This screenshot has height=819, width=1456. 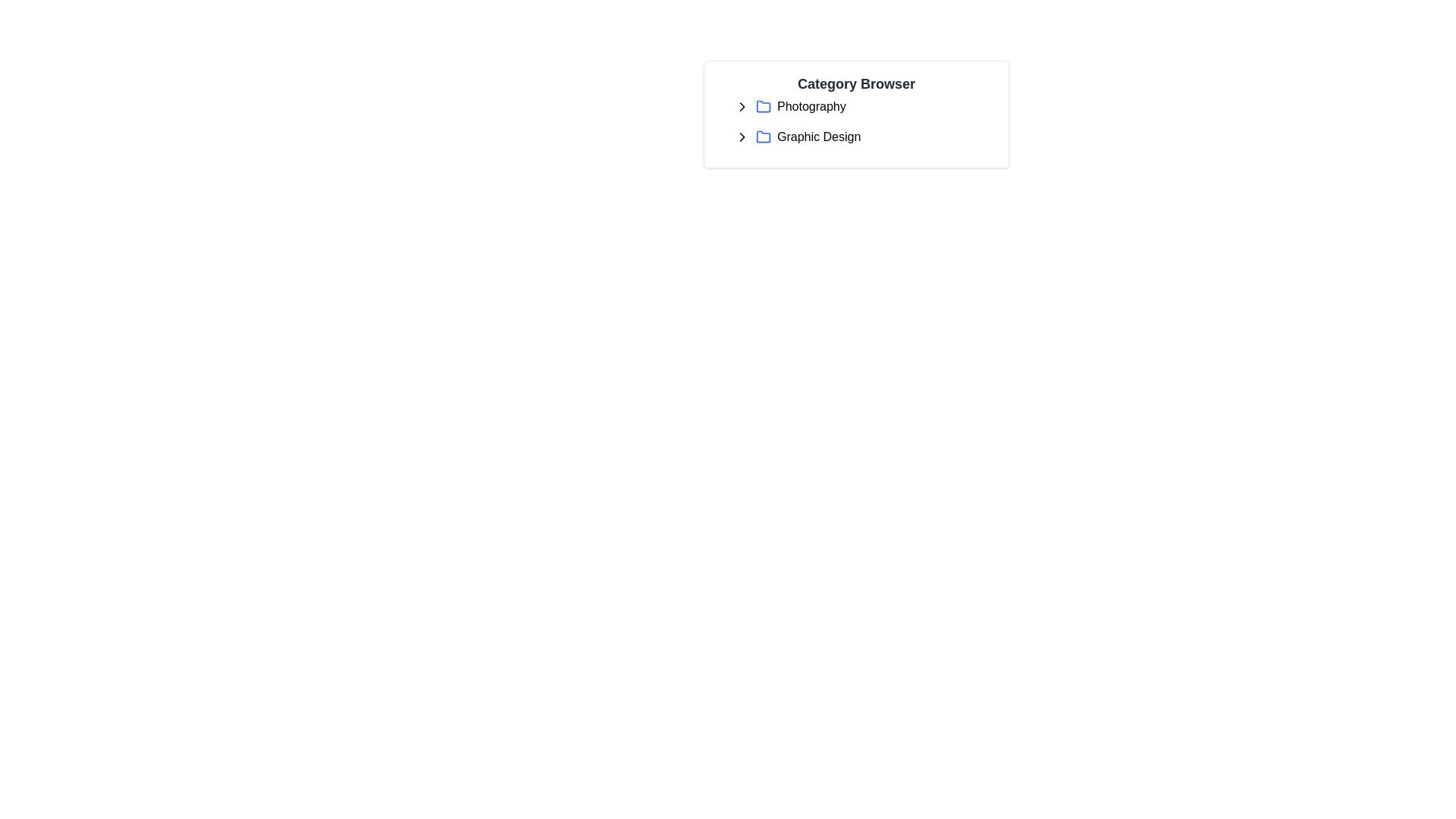 I want to click on the 'Graphic Design' folder icon located in the second row of the 'Category Browser', positioned to the left of the 'Graphic Design' text label, so click(x=764, y=136).